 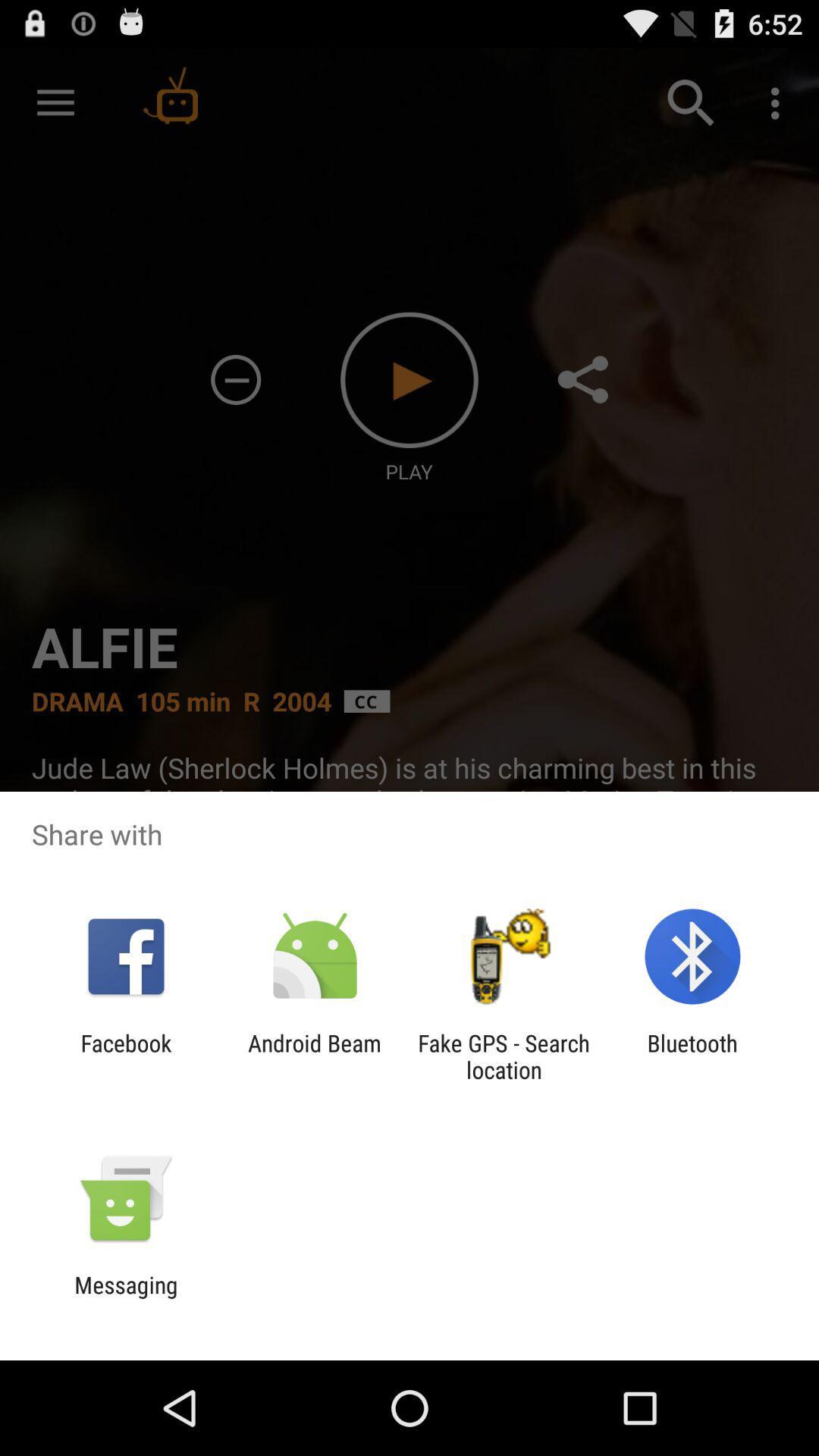 What do you see at coordinates (504, 1056) in the screenshot?
I see `the app to the left of the bluetooth` at bounding box center [504, 1056].